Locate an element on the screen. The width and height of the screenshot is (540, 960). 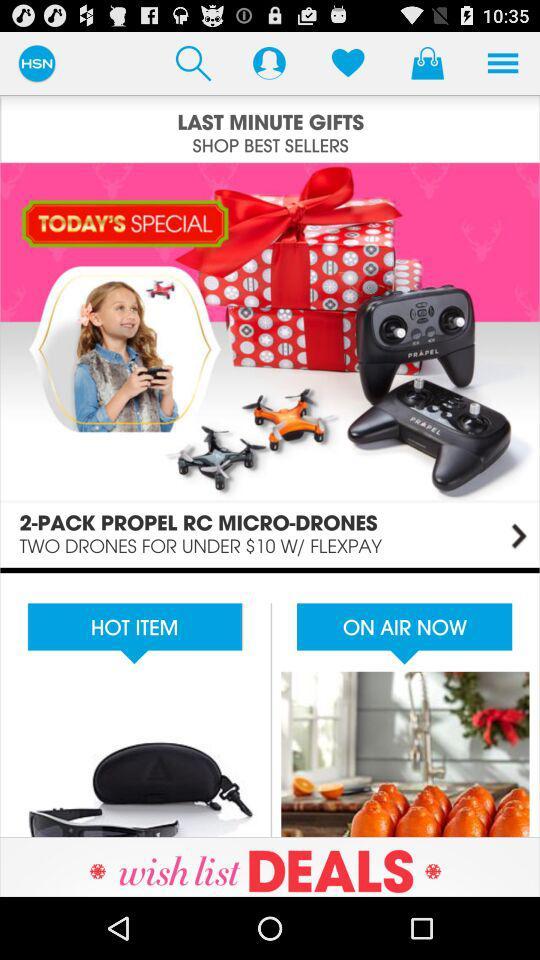
enlarges image is located at coordinates (270, 363).